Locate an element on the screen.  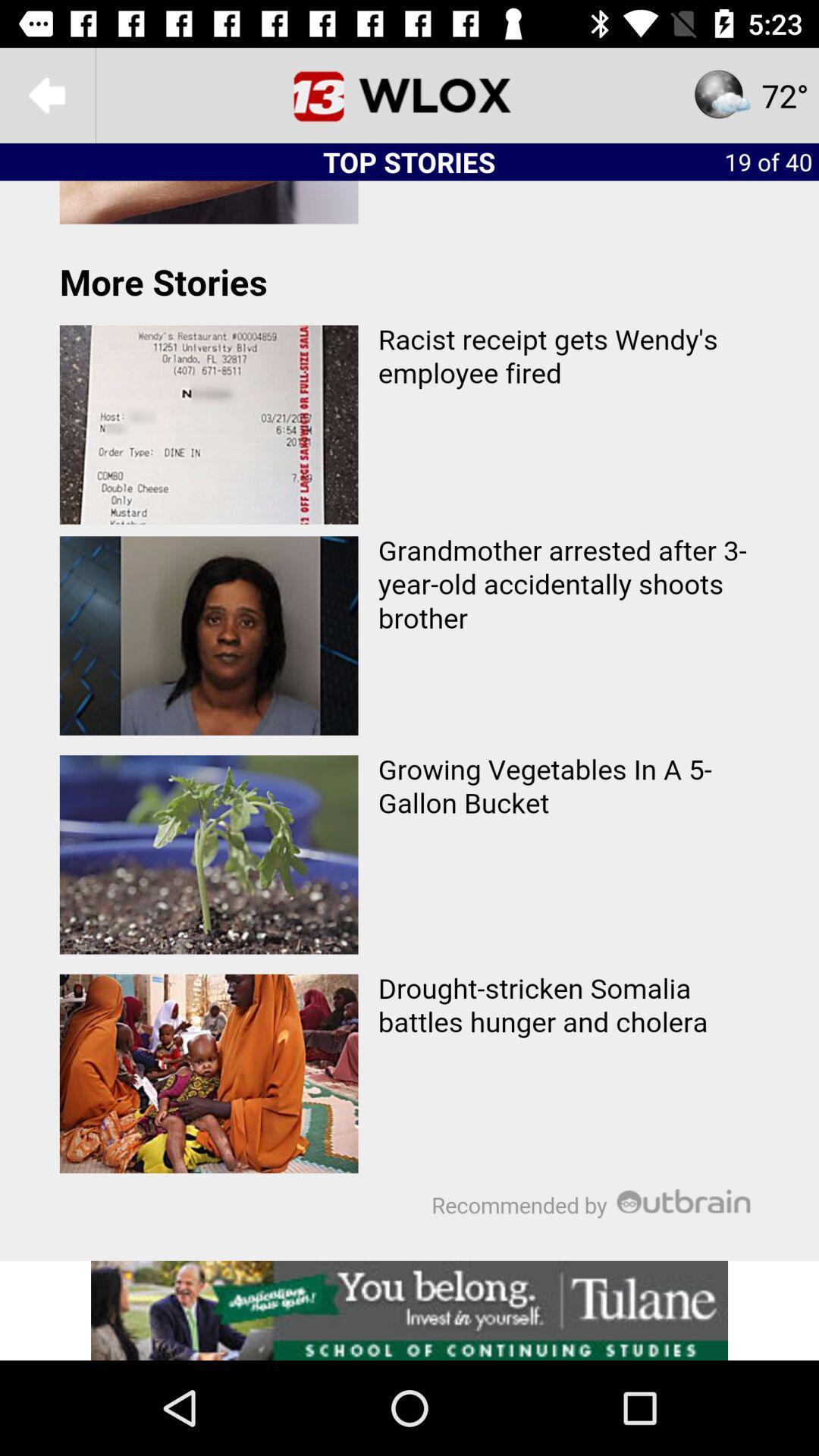
more stories is located at coordinates (409, 720).